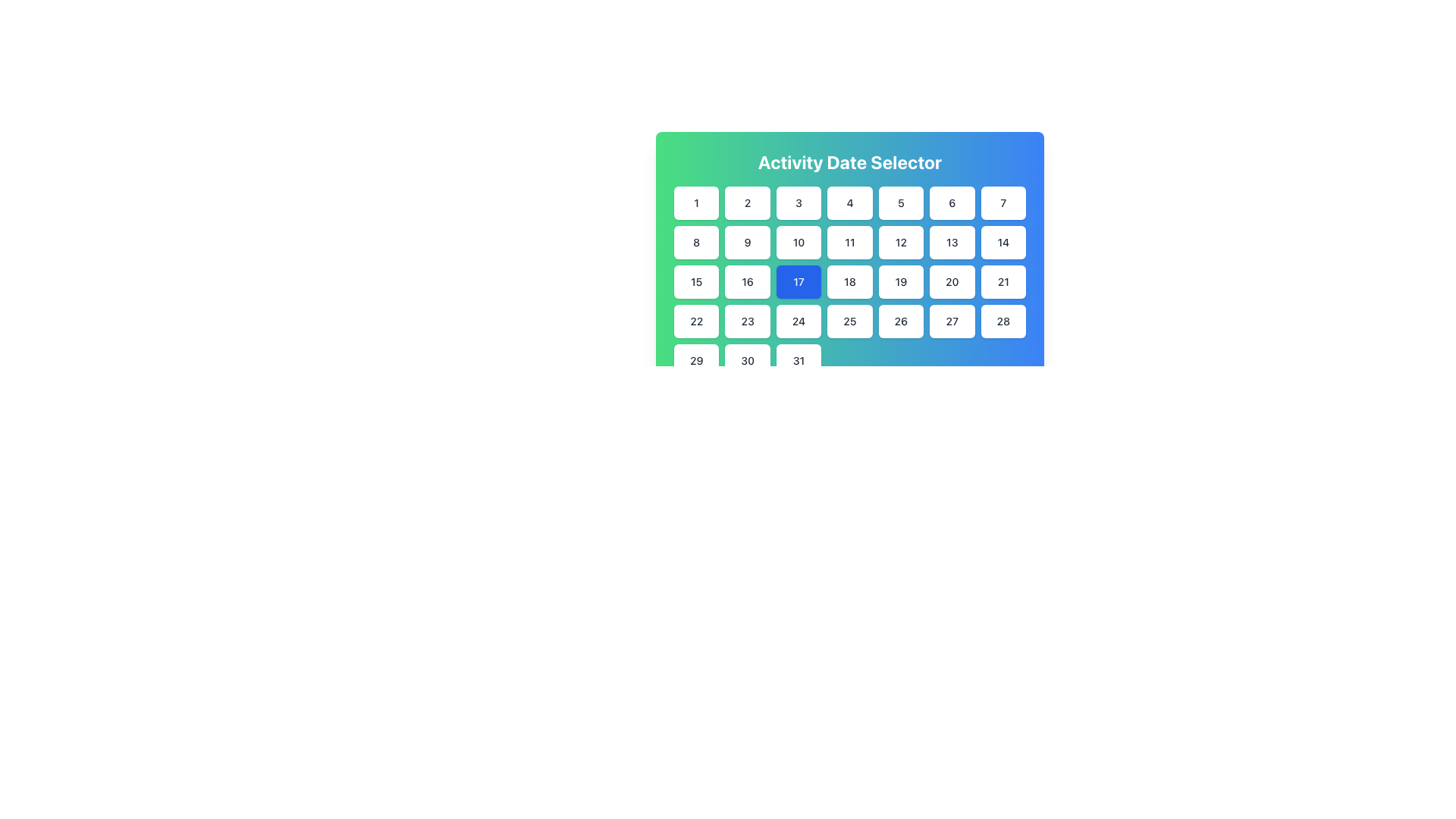  I want to click on the rectangular white button with rounded borders containing the number '30', so click(747, 360).